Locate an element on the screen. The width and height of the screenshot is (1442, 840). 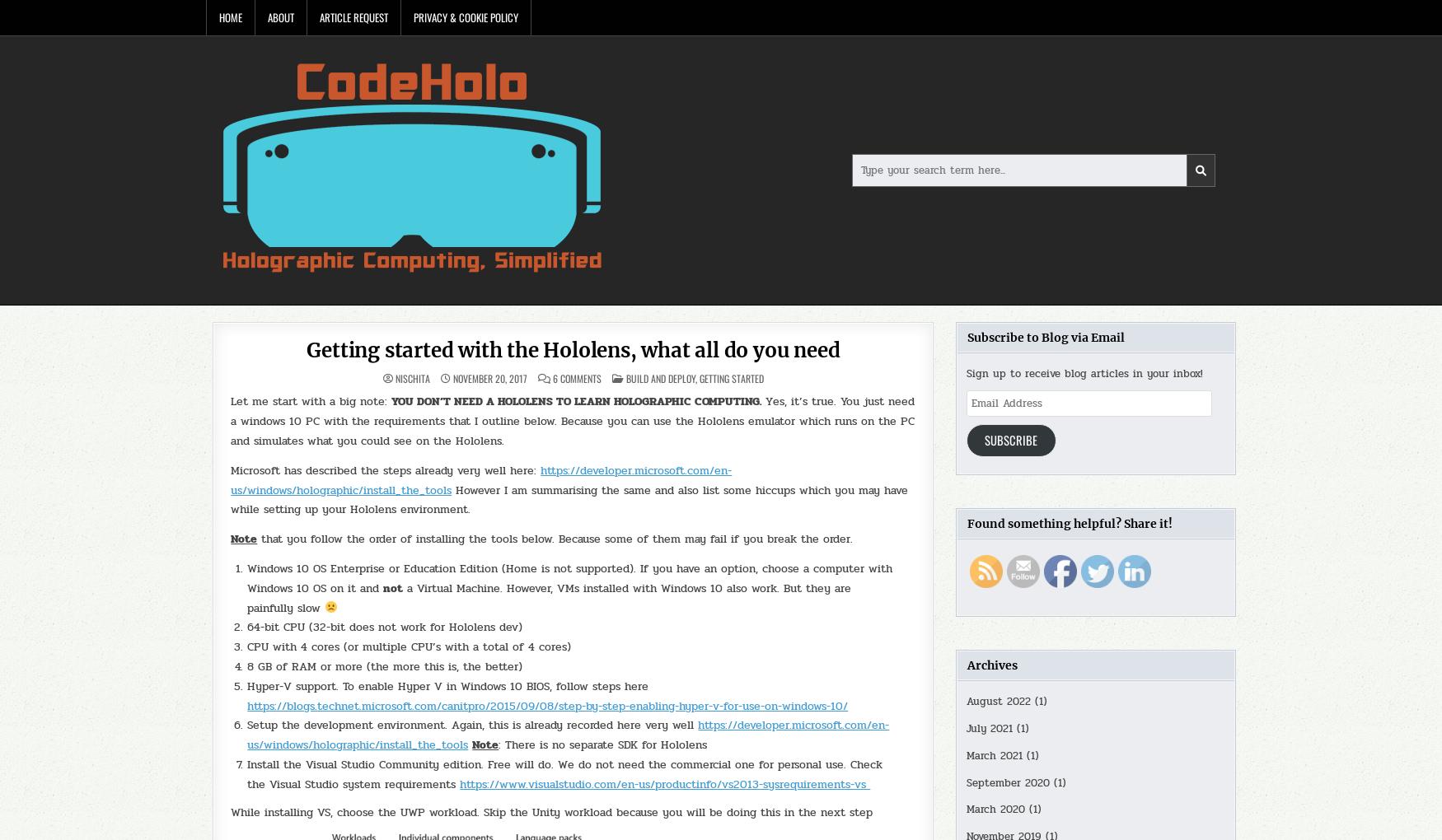
'September 2020' is located at coordinates (1007, 782).